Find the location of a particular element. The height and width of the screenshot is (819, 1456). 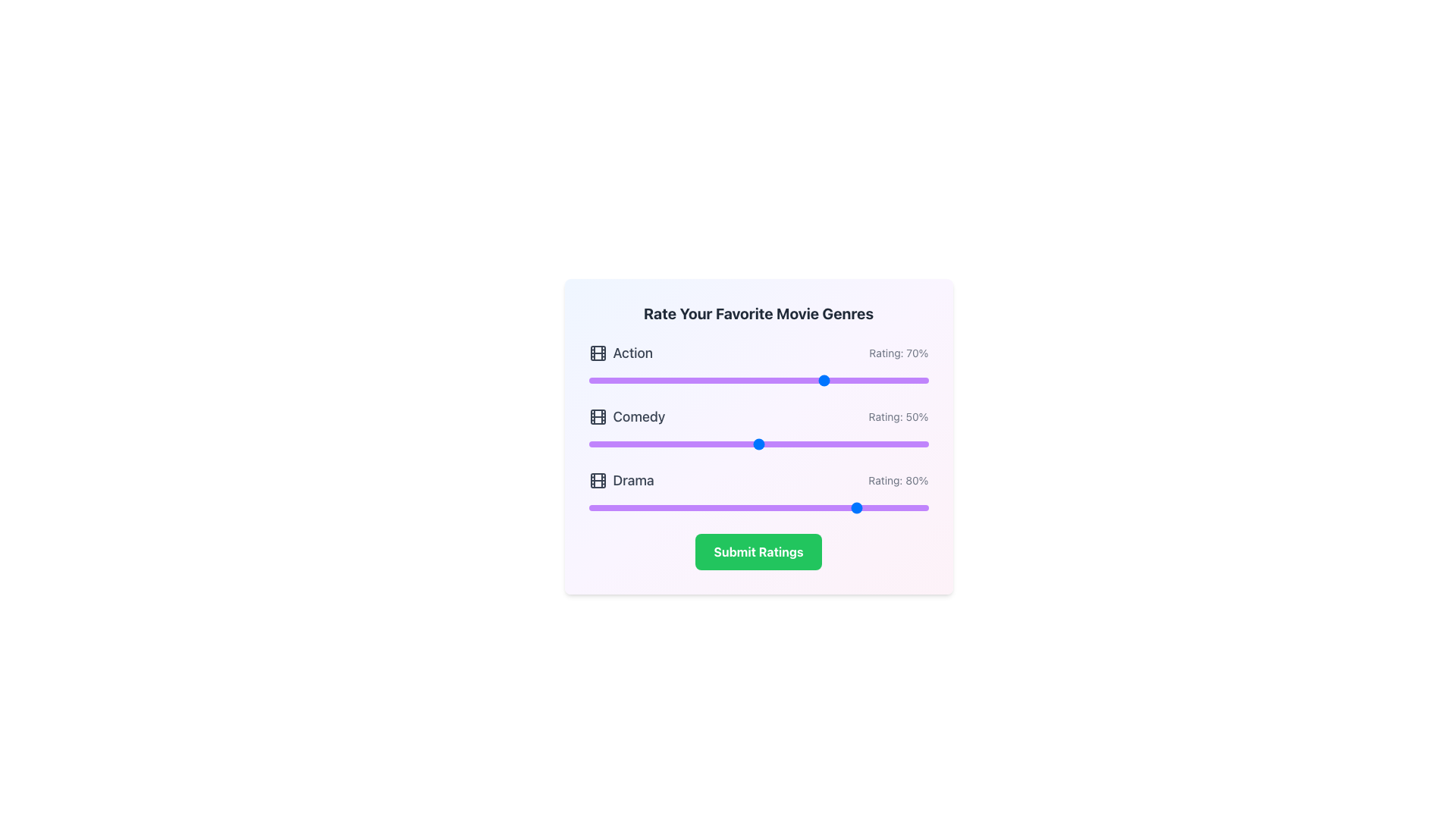

the slider value is located at coordinates (914, 508).